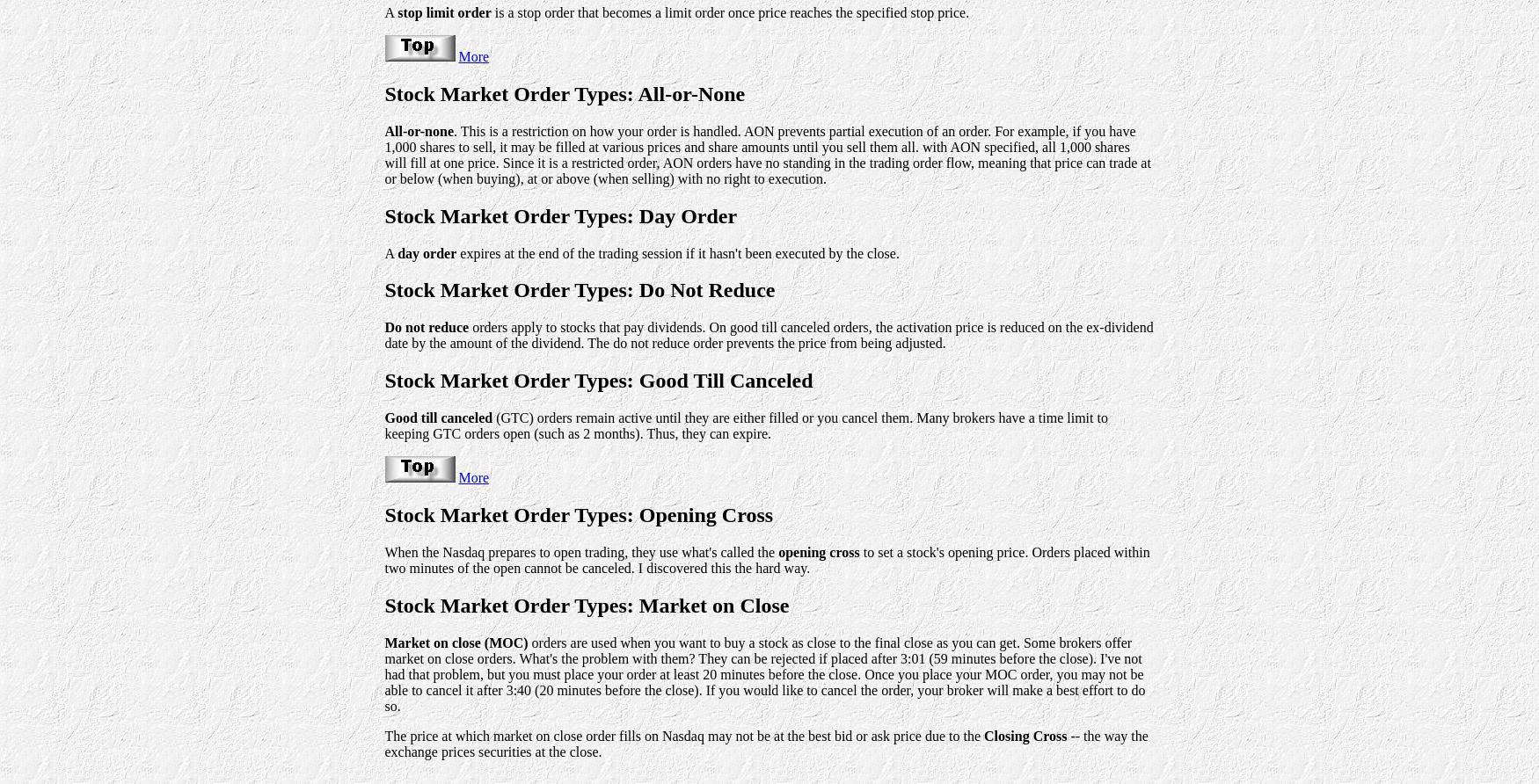 Image resolution: width=1539 pixels, height=784 pixels. Describe the element at coordinates (730, 11) in the screenshot. I see `'is a stop order that becomes a limit order once price reaches the specified stop price.'` at that location.